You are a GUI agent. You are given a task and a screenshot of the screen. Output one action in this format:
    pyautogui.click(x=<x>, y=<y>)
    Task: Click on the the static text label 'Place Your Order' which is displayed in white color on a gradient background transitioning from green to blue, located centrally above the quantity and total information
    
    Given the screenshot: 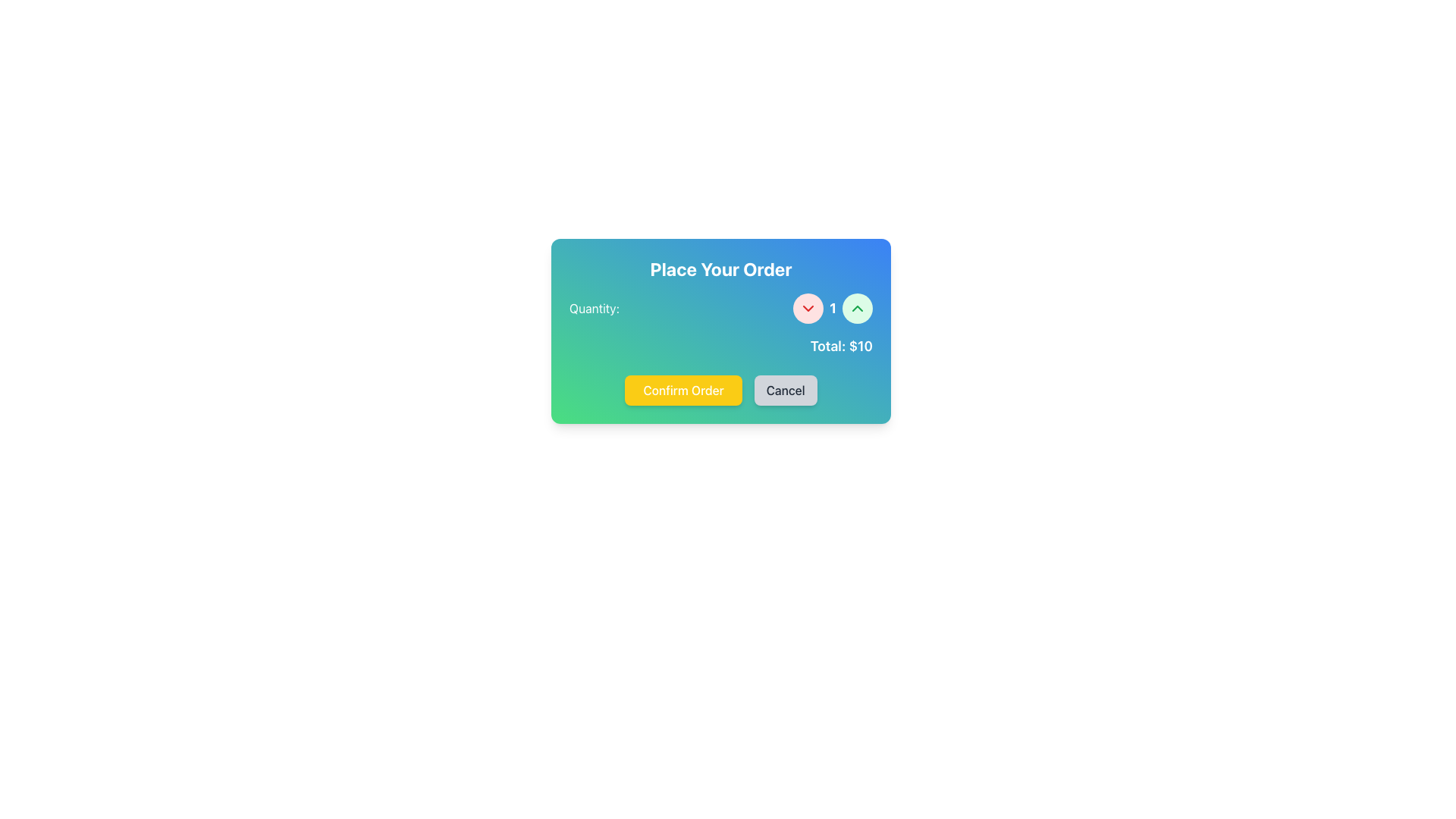 What is the action you would take?
    pyautogui.click(x=720, y=268)
    